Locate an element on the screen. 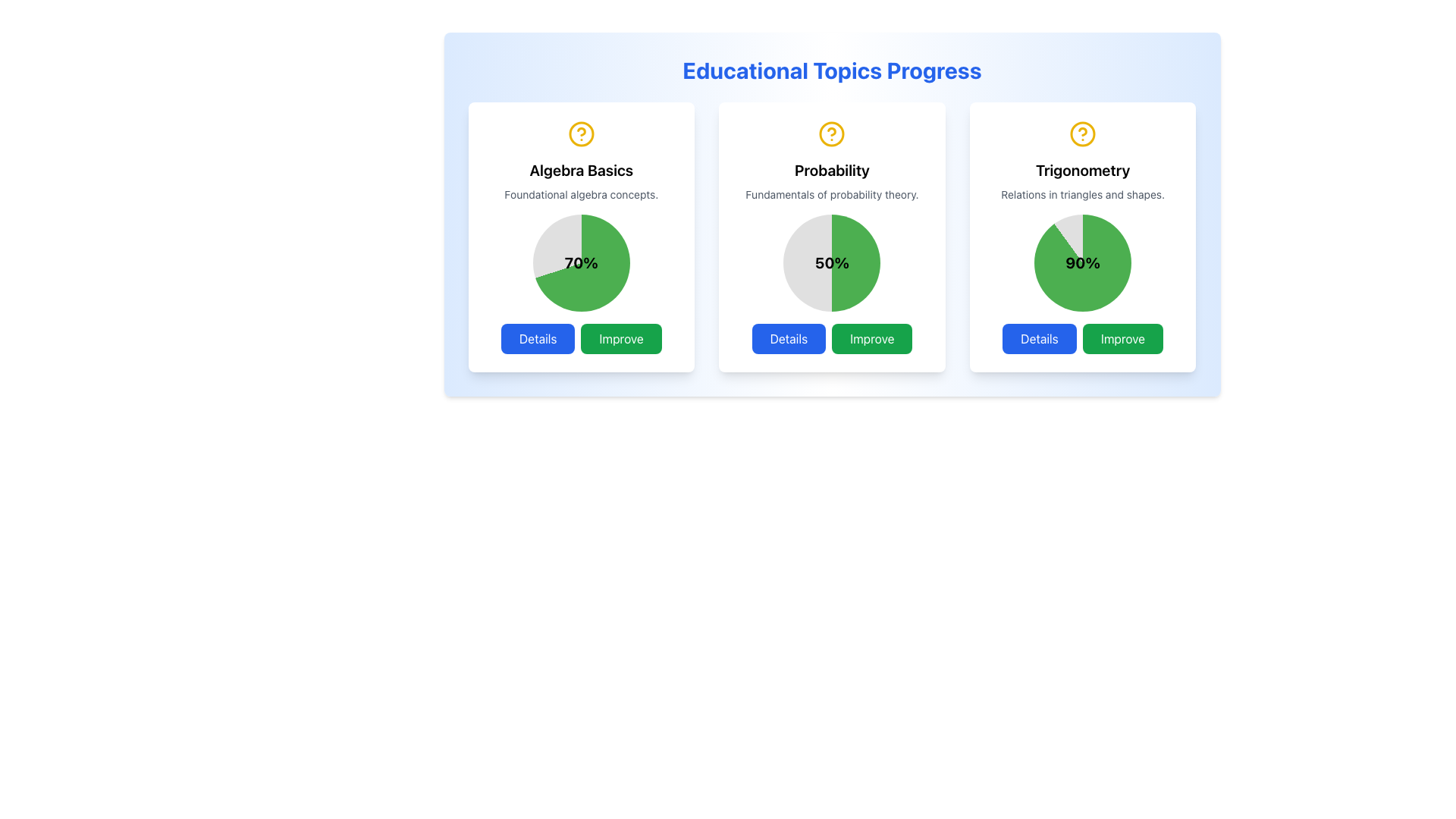 This screenshot has width=1456, height=819. small, gray text located below the bold 'Probability' heading in the middle card of a three-card layout is located at coordinates (831, 194).